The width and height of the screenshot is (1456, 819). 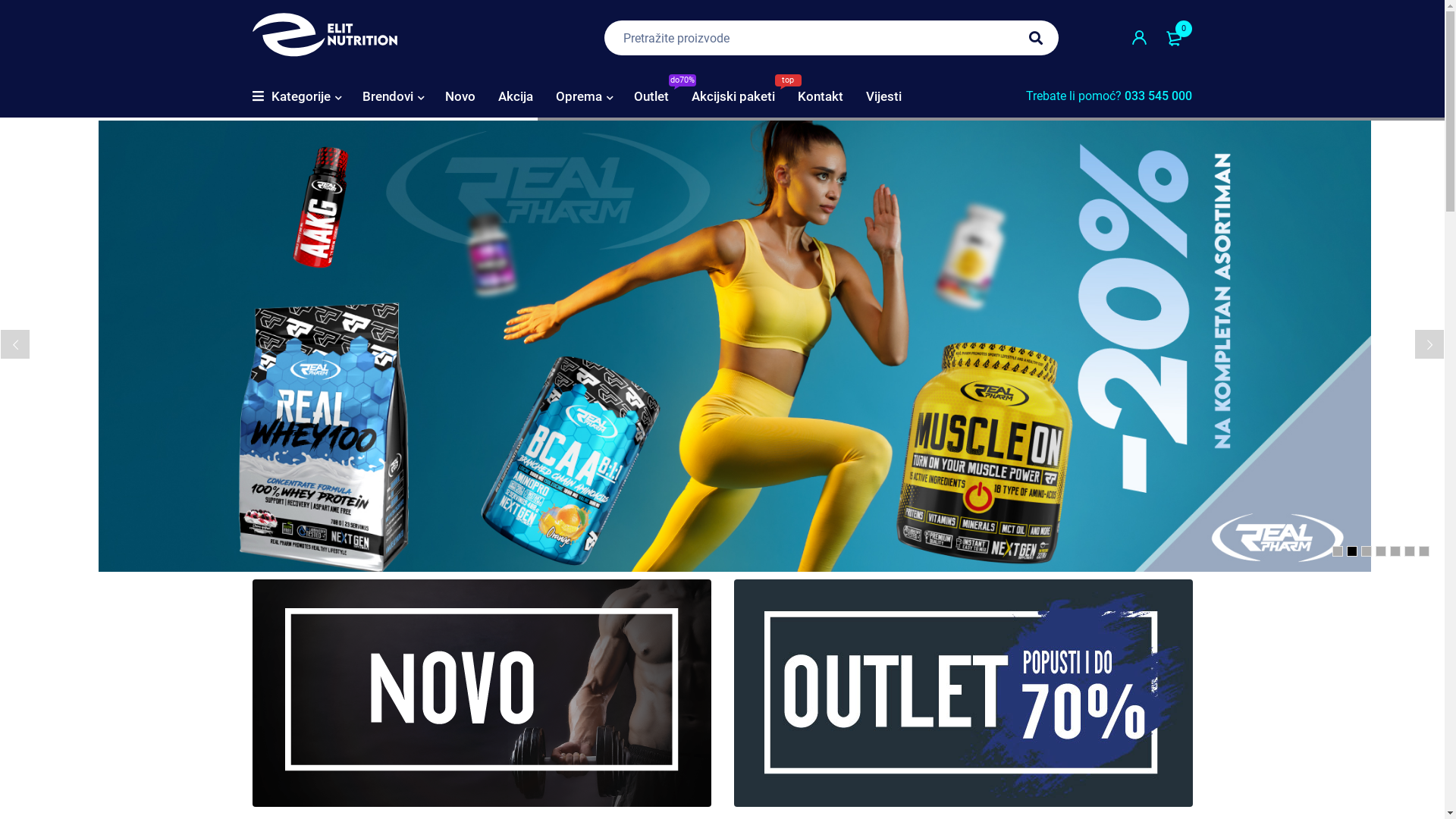 What do you see at coordinates (458, 96) in the screenshot?
I see `'Novo'` at bounding box center [458, 96].